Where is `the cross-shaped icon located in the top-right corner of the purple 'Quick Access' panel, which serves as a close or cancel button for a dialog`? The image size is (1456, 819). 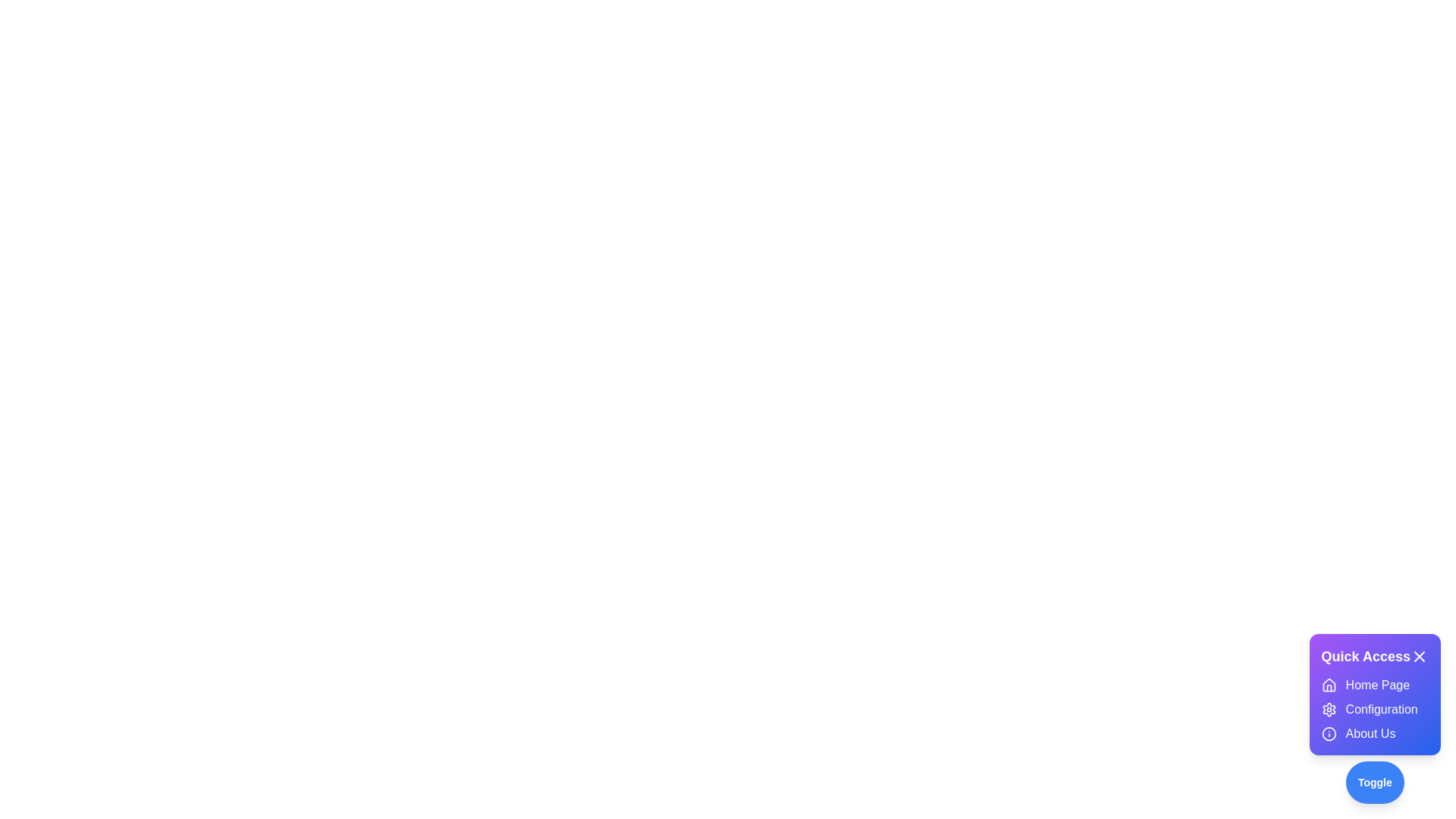 the cross-shaped icon located in the top-right corner of the purple 'Quick Access' panel, which serves as a close or cancel button for a dialog is located at coordinates (1419, 656).